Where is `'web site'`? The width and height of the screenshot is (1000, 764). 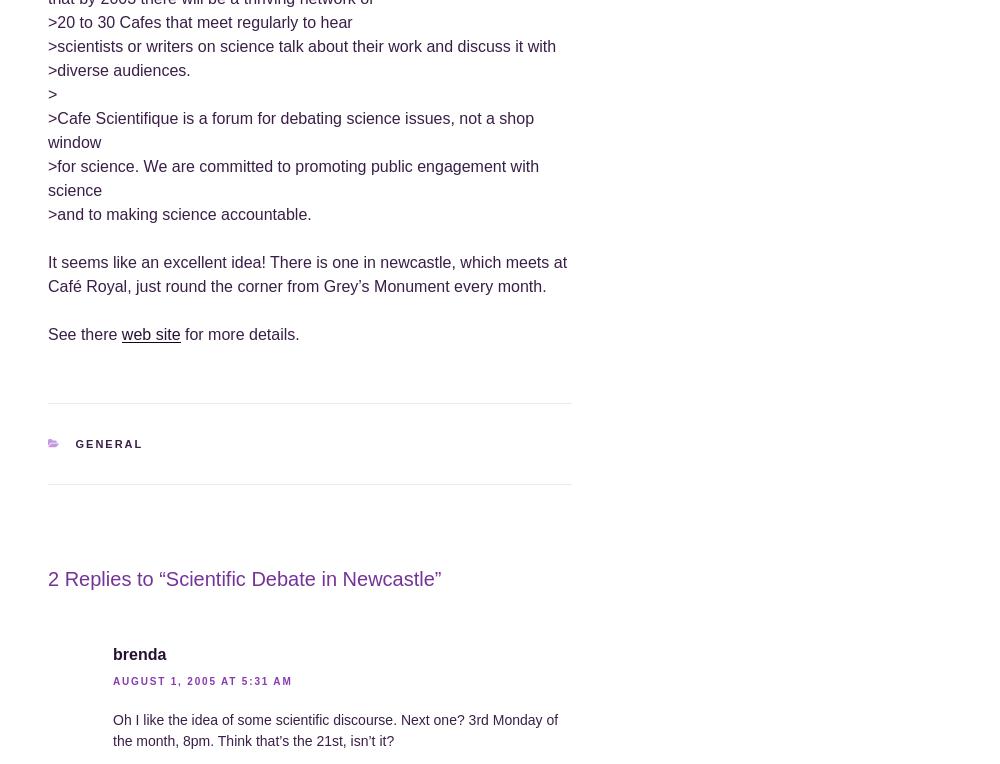 'web site' is located at coordinates (150, 332).